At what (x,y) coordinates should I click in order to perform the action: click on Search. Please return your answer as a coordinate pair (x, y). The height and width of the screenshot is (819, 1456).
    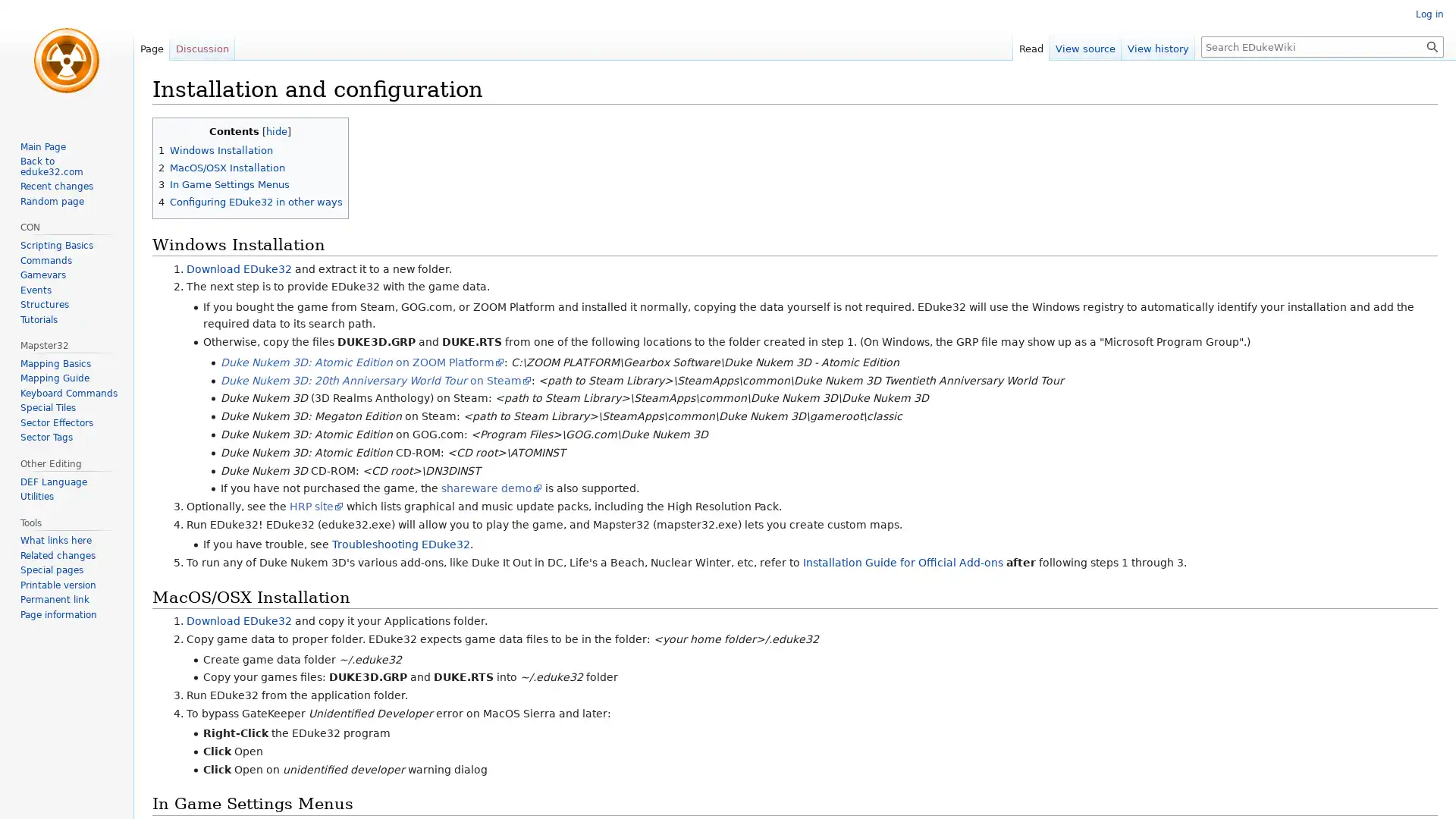
    Looking at the image, I should click on (1432, 45).